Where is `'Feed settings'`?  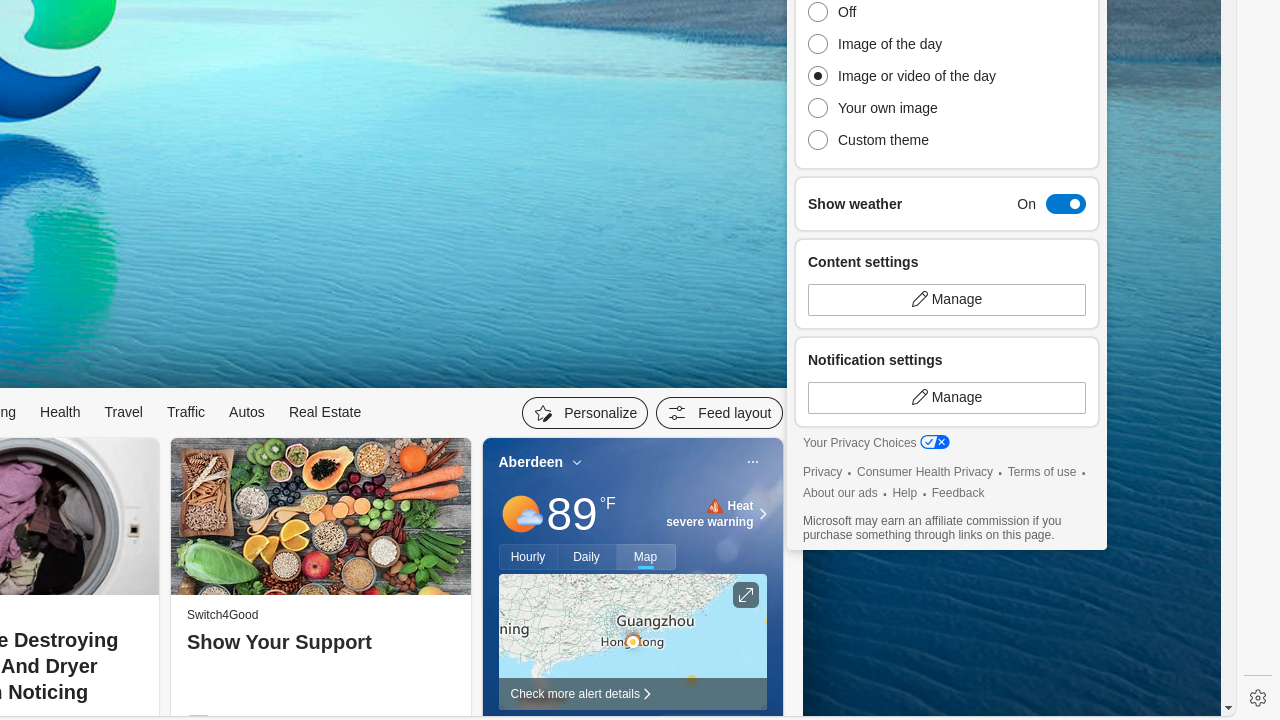
'Feed settings' is located at coordinates (719, 411).